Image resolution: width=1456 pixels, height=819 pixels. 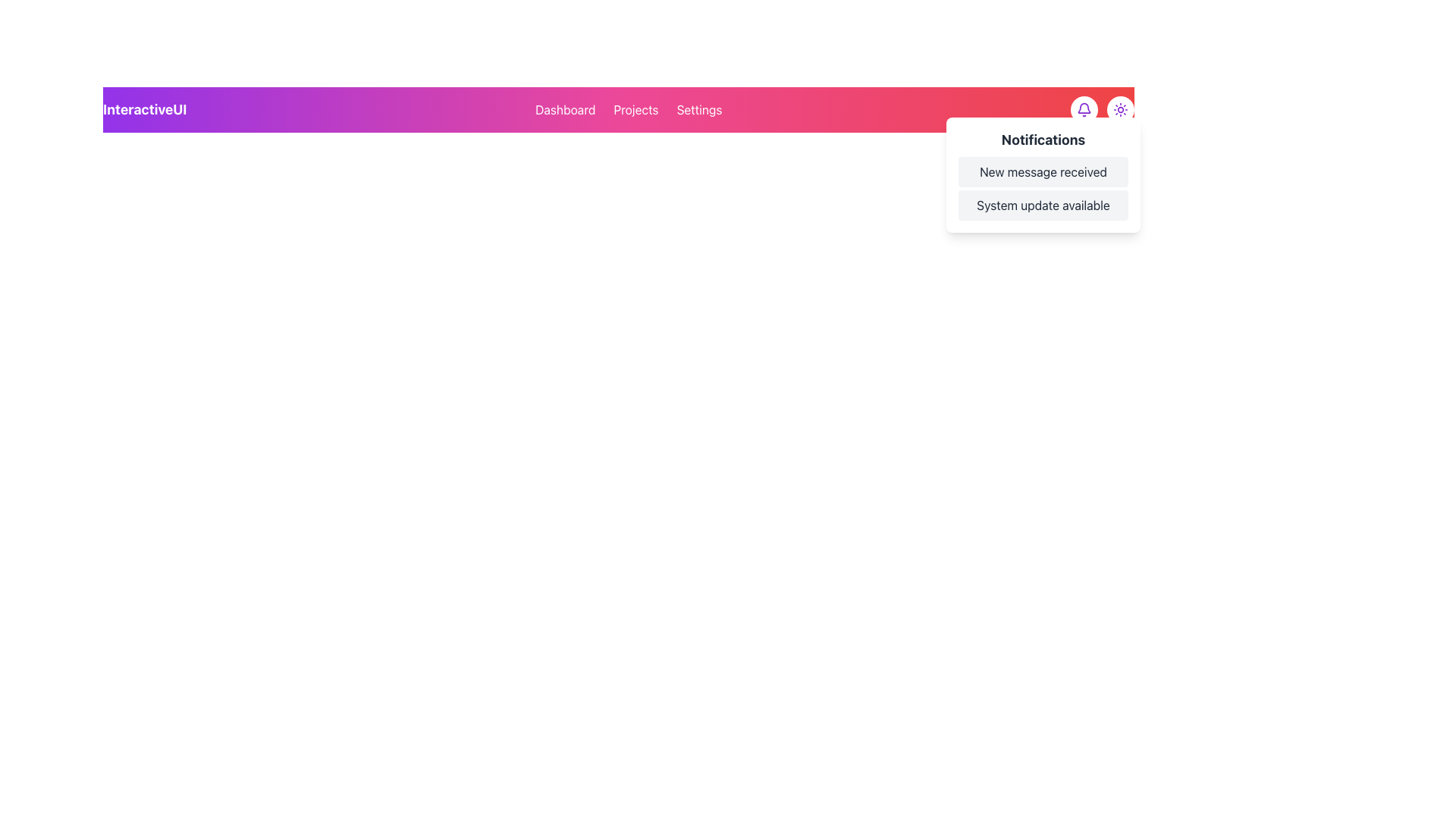 What do you see at coordinates (564, 109) in the screenshot?
I see `the 'Dashboard' link in the navigation bar` at bounding box center [564, 109].